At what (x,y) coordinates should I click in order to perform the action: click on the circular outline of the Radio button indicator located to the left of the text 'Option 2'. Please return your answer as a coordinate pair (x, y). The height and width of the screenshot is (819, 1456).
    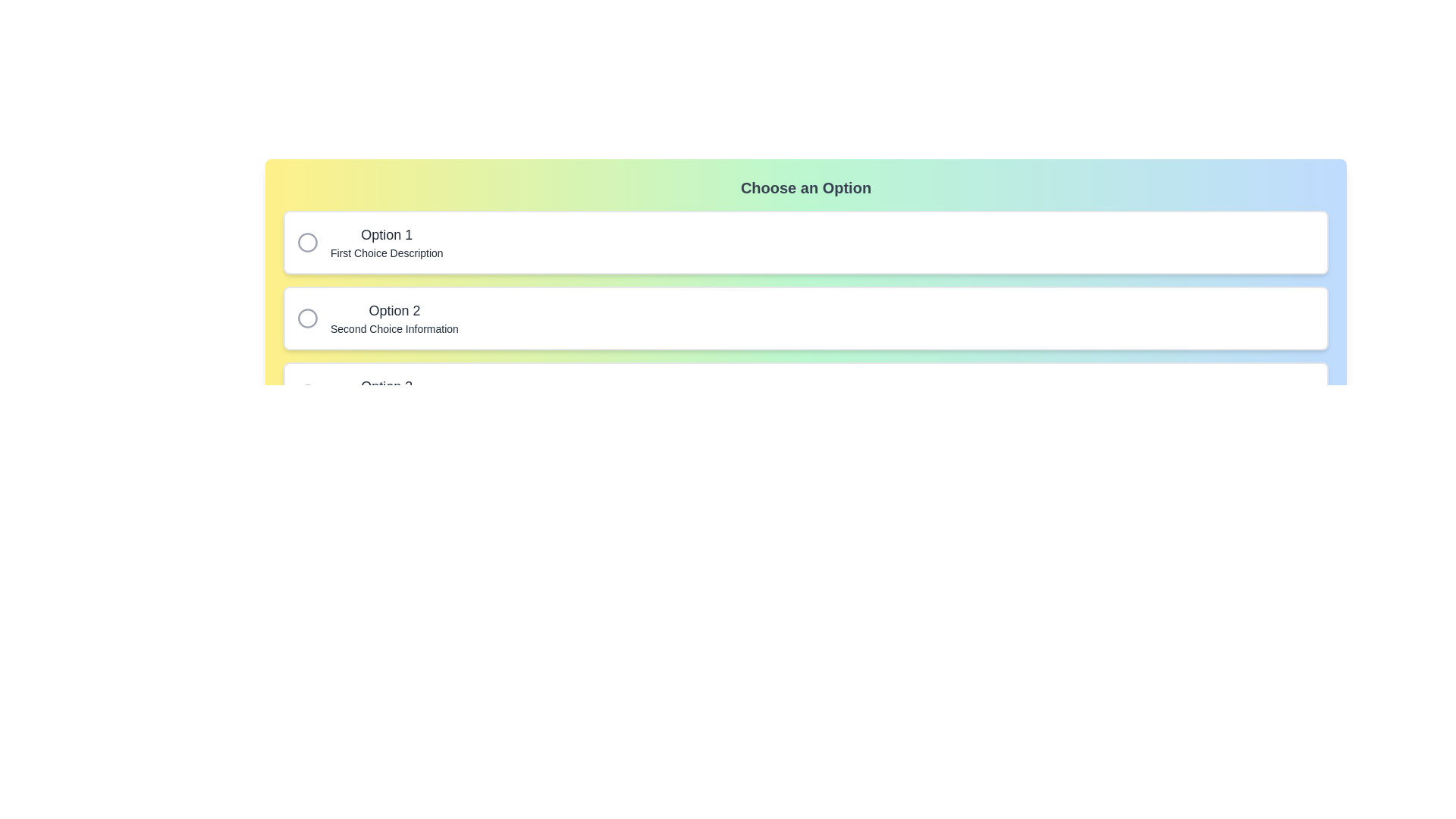
    Looking at the image, I should click on (307, 318).